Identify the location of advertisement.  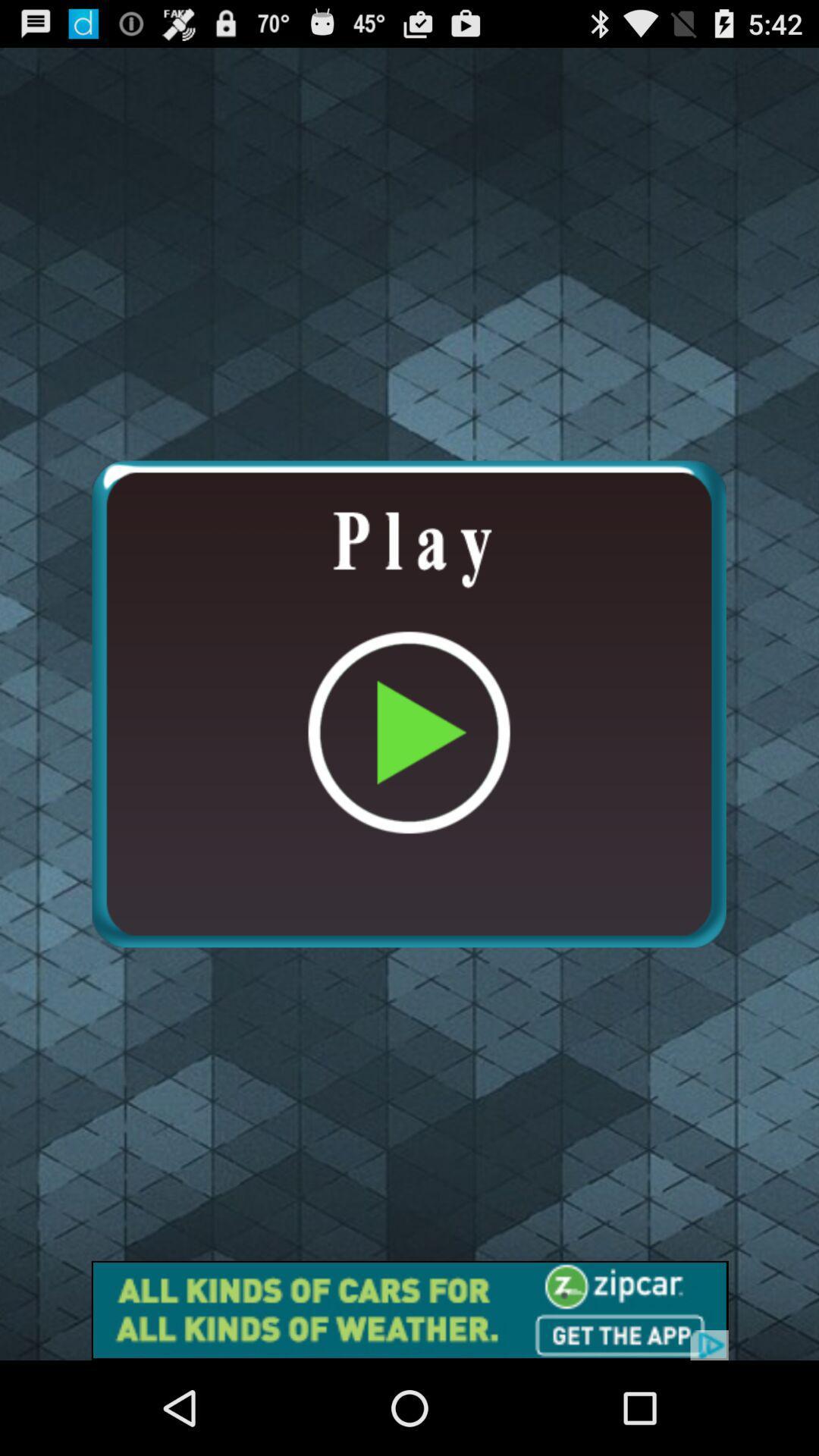
(409, 1310).